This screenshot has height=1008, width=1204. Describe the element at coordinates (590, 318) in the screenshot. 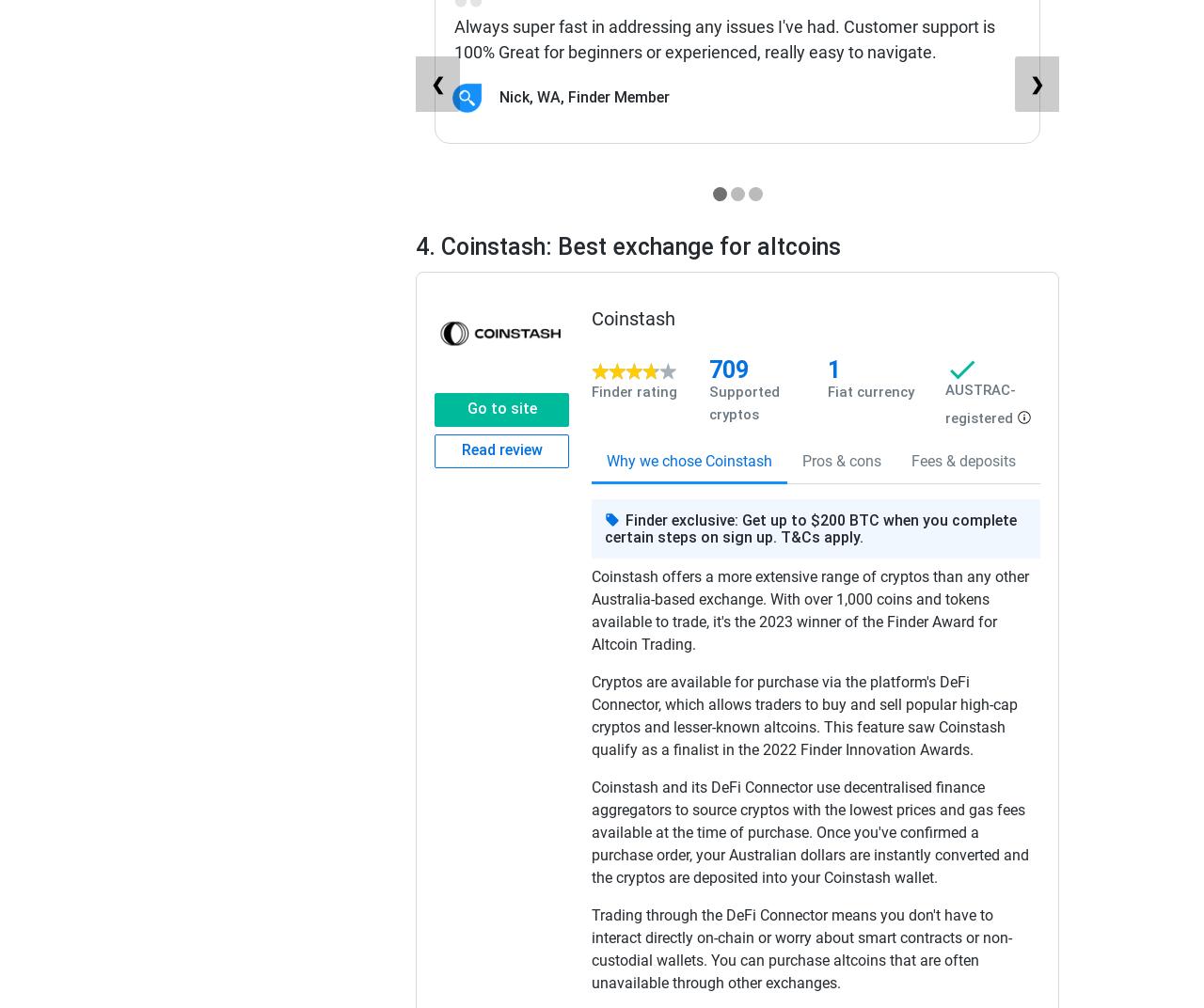

I see `'Coinstash'` at that location.